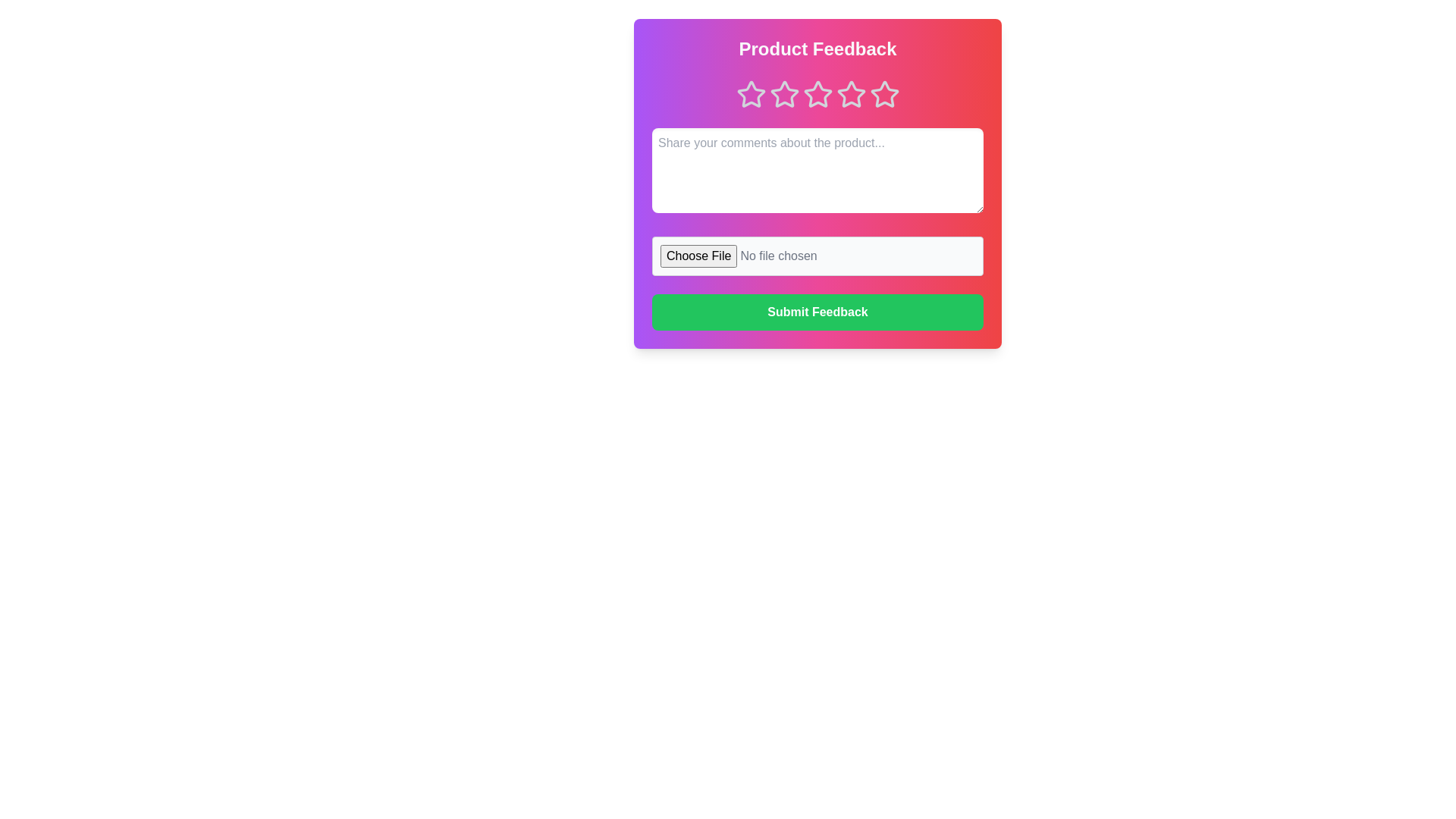  What do you see at coordinates (884, 94) in the screenshot?
I see `the fifth star icon in the horizontal row of five stars` at bounding box center [884, 94].